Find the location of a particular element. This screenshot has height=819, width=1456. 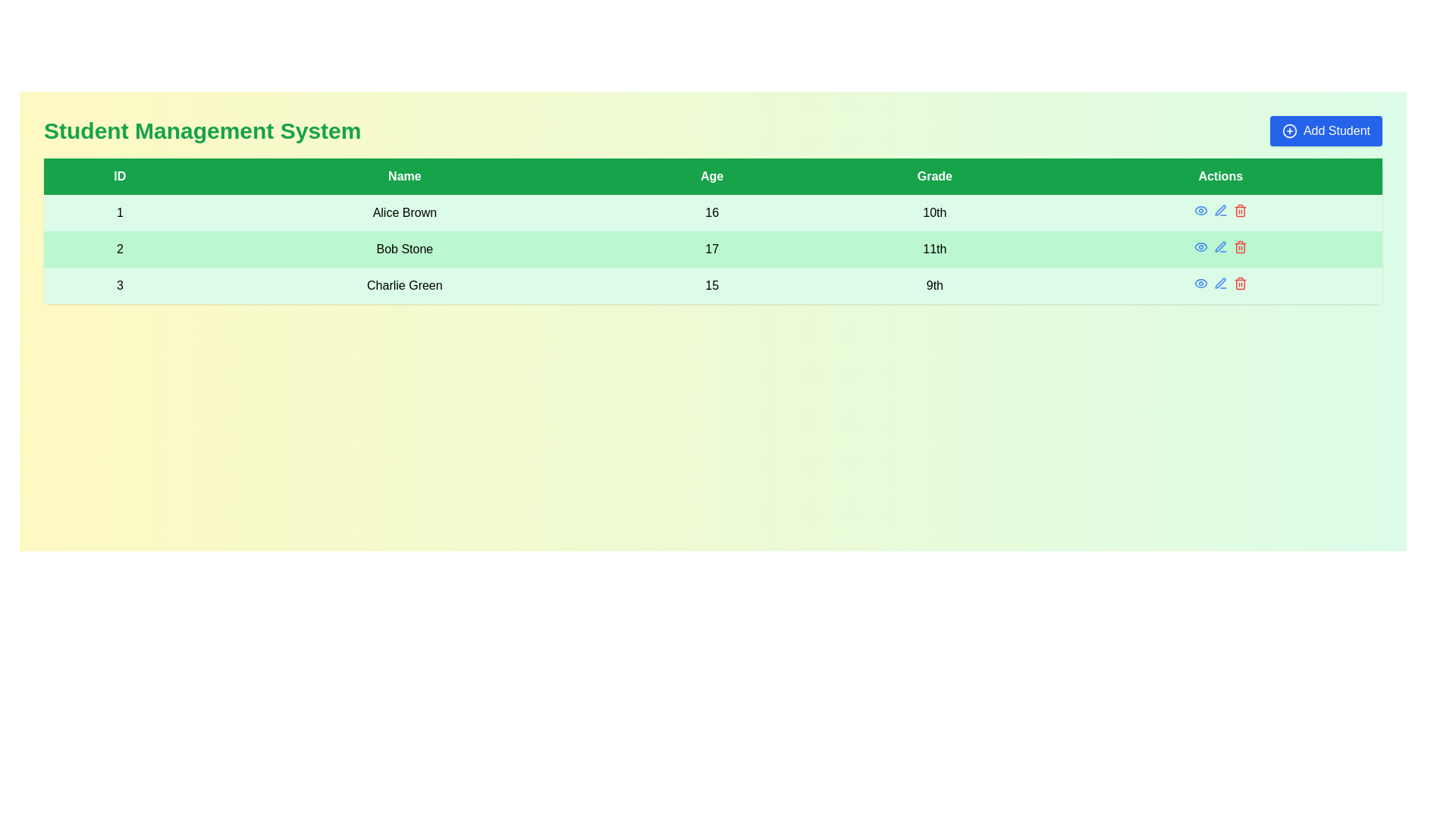

the red trash can icon button, which is the third icon under the 'Actions' column is located at coordinates (1240, 246).